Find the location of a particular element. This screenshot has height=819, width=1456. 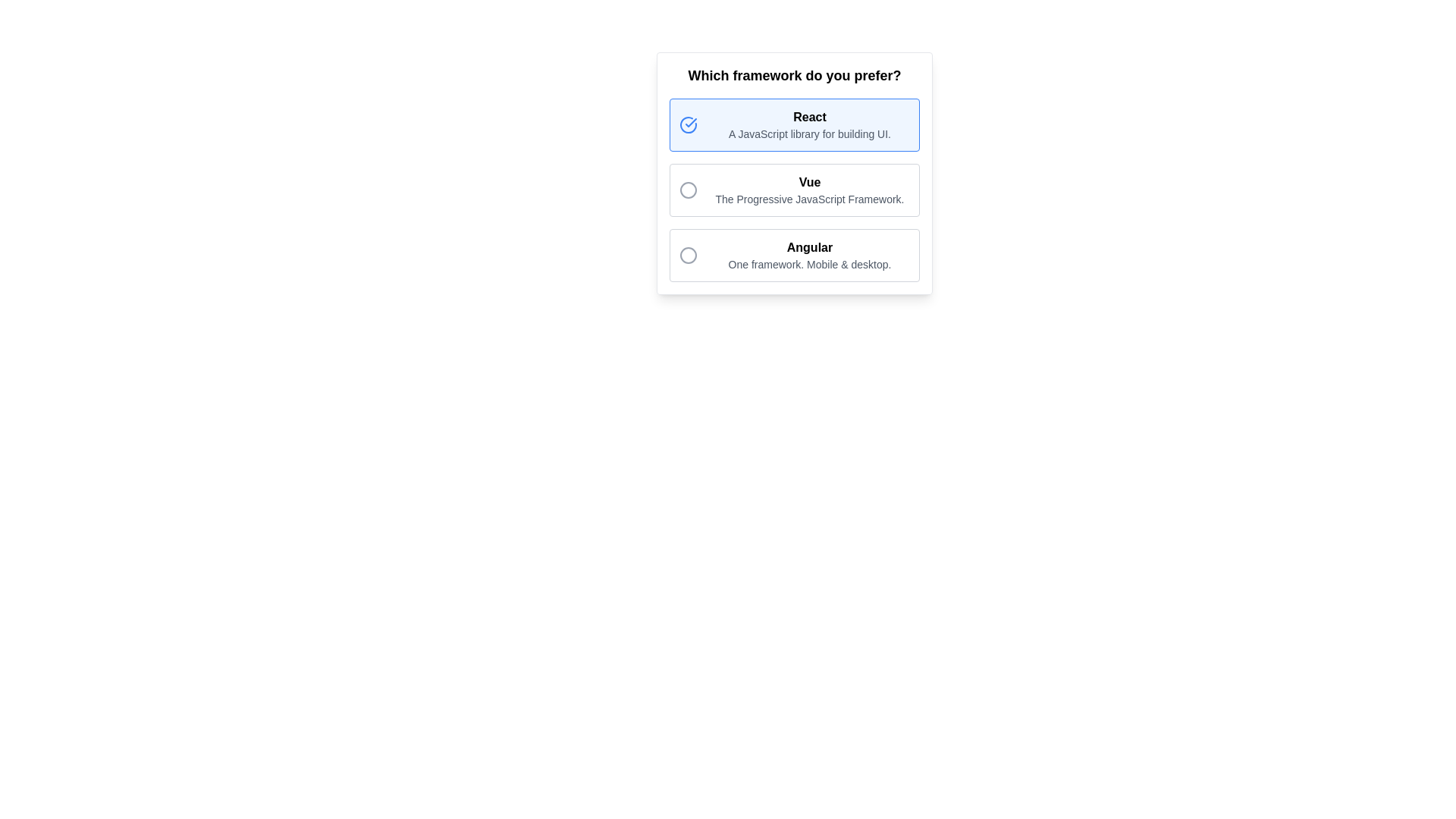

the unselected radio button labeled 'Angular' within the list of frameworks for user selection, which is the third option under 'Which framework do you prefer?' is located at coordinates (793, 254).